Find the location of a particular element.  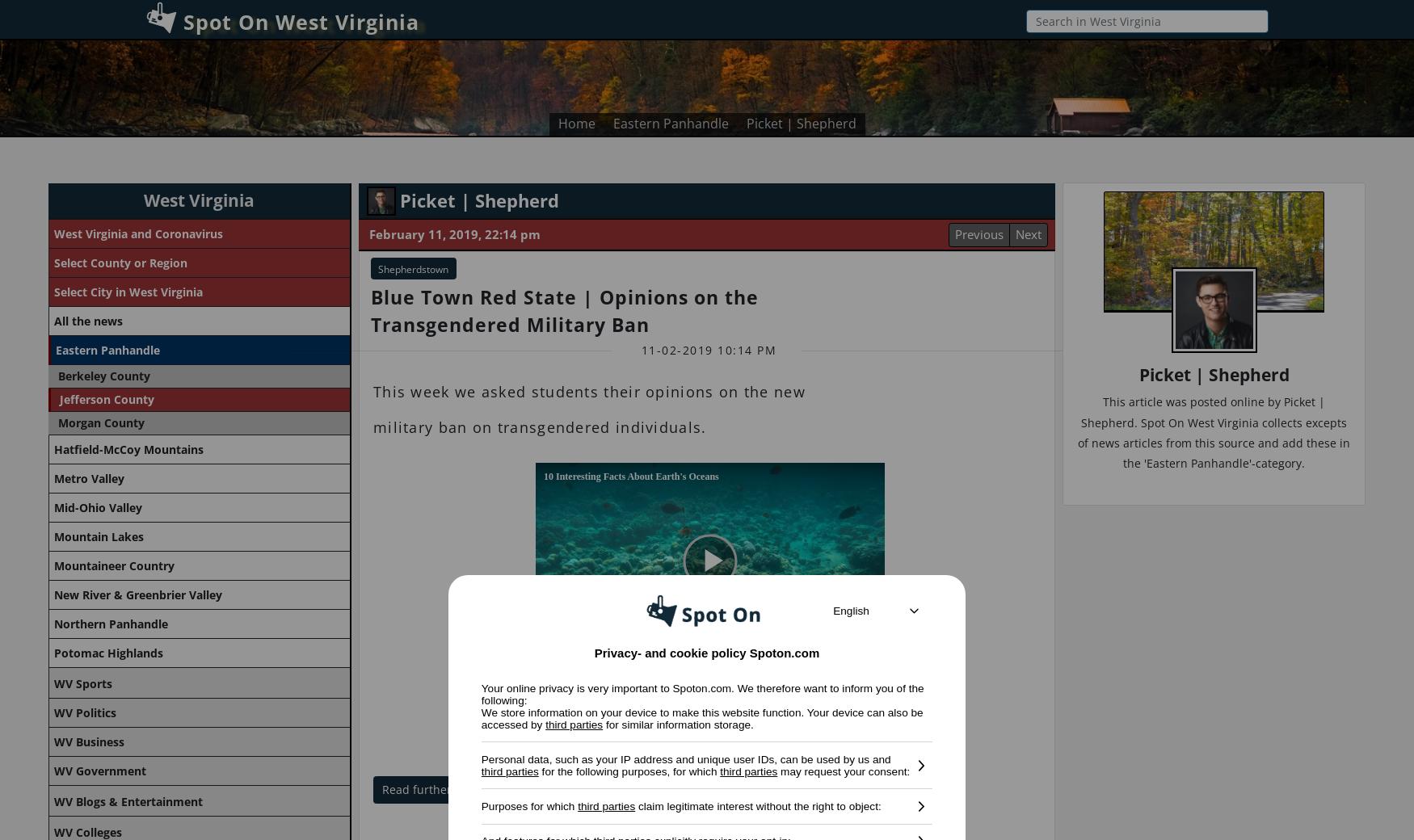

'Mountaineer Country' is located at coordinates (113, 565).